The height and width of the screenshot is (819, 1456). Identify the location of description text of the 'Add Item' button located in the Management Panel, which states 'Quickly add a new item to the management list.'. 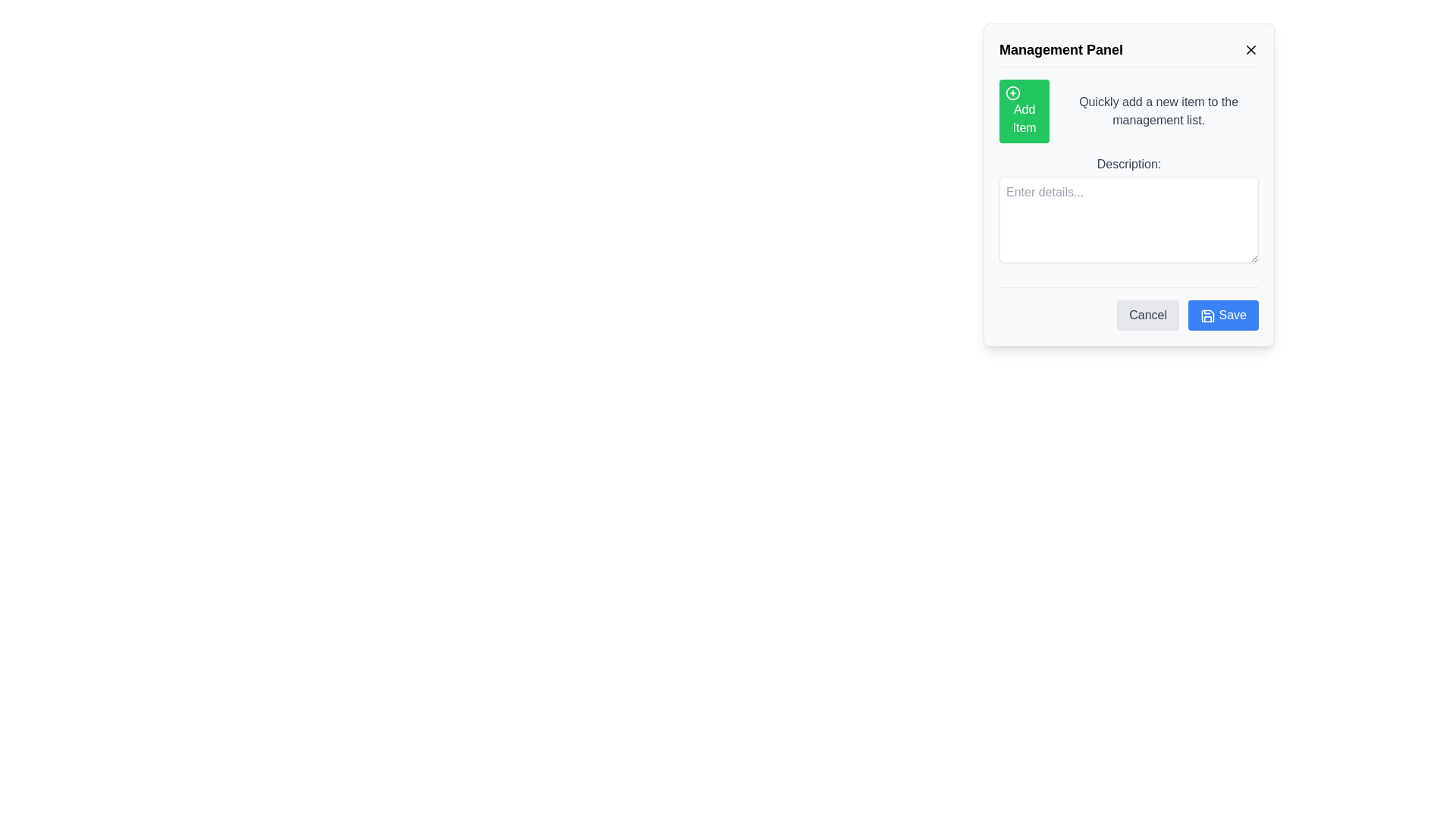
(1128, 110).